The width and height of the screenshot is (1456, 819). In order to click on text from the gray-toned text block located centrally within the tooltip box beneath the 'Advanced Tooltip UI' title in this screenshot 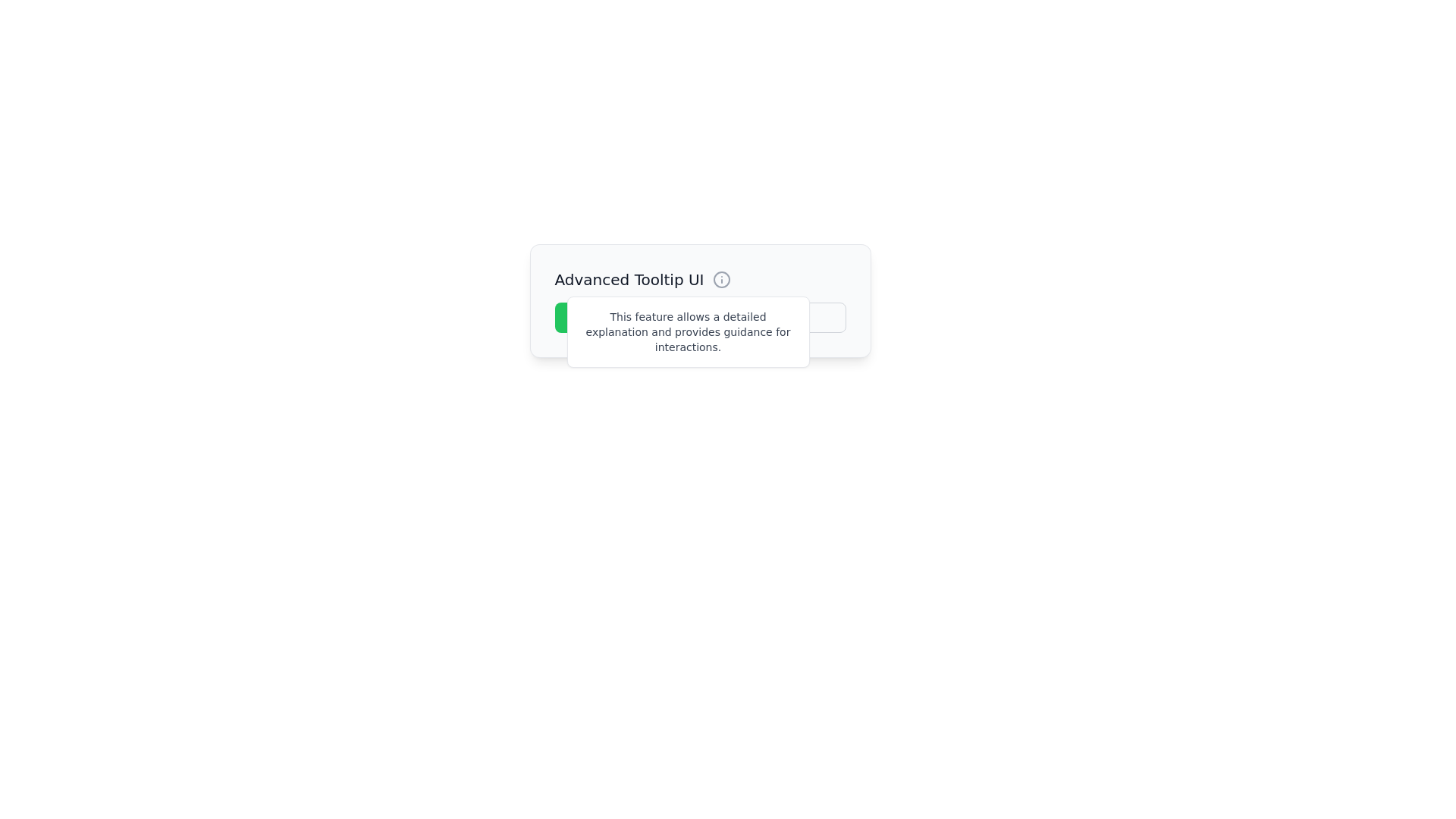, I will do `click(687, 331)`.